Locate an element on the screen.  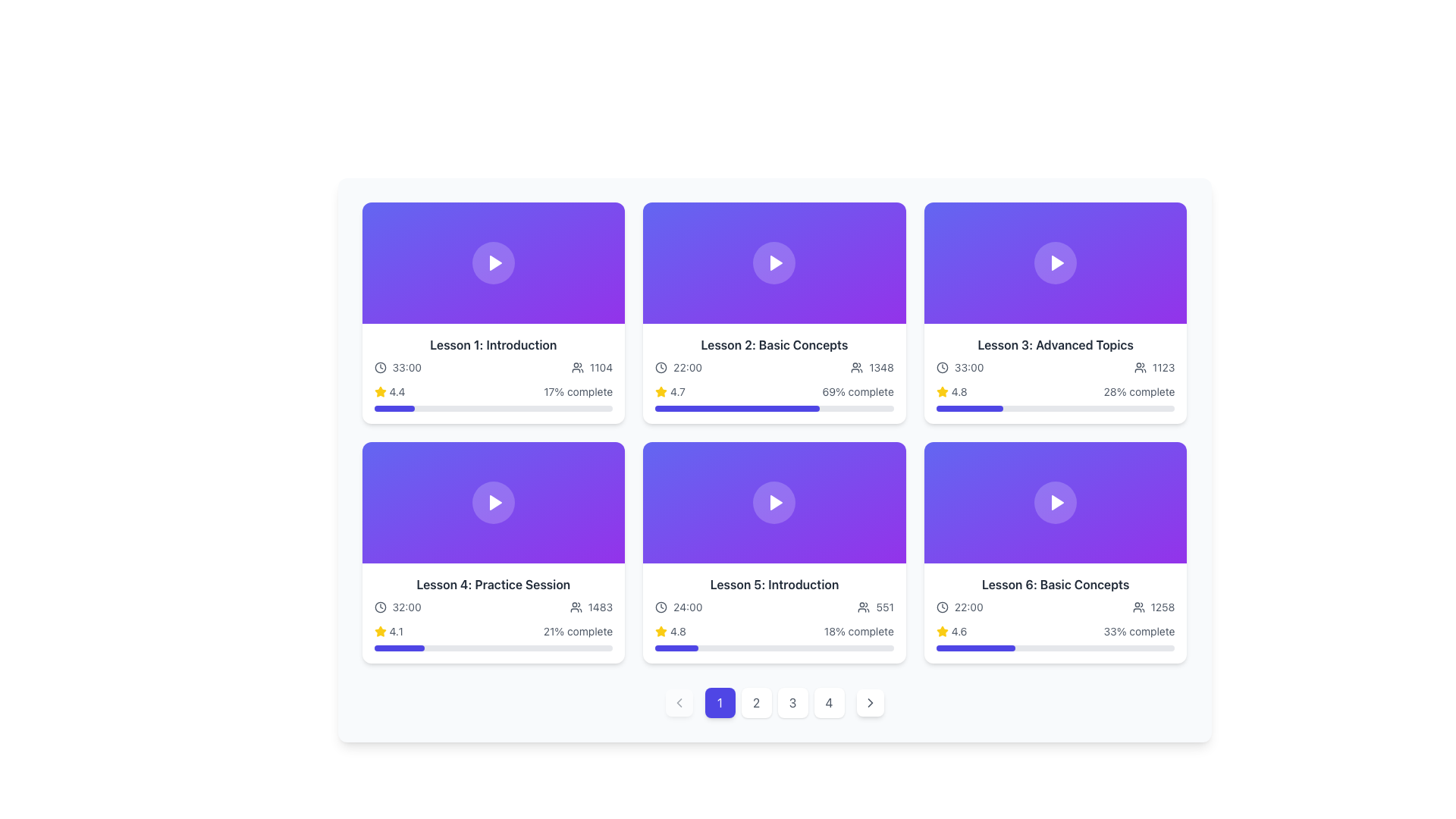
the triangular play button icon, which is styled with a purple fill color and located within a circular boundary on the 'Lesson 4: Practice Session' card, to play the associated video is located at coordinates (495, 503).